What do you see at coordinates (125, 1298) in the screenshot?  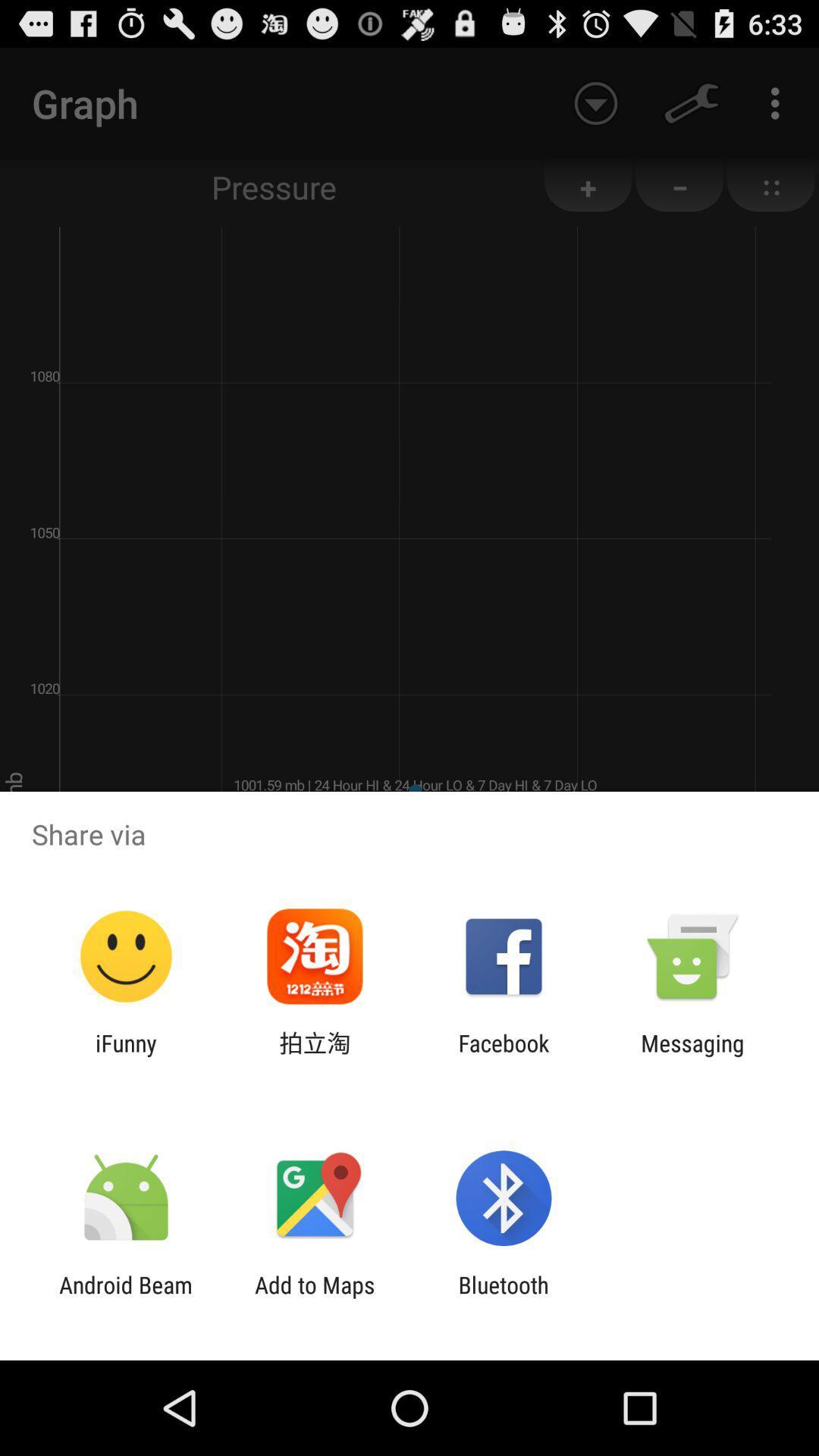 I see `app to the left of add to maps` at bounding box center [125, 1298].